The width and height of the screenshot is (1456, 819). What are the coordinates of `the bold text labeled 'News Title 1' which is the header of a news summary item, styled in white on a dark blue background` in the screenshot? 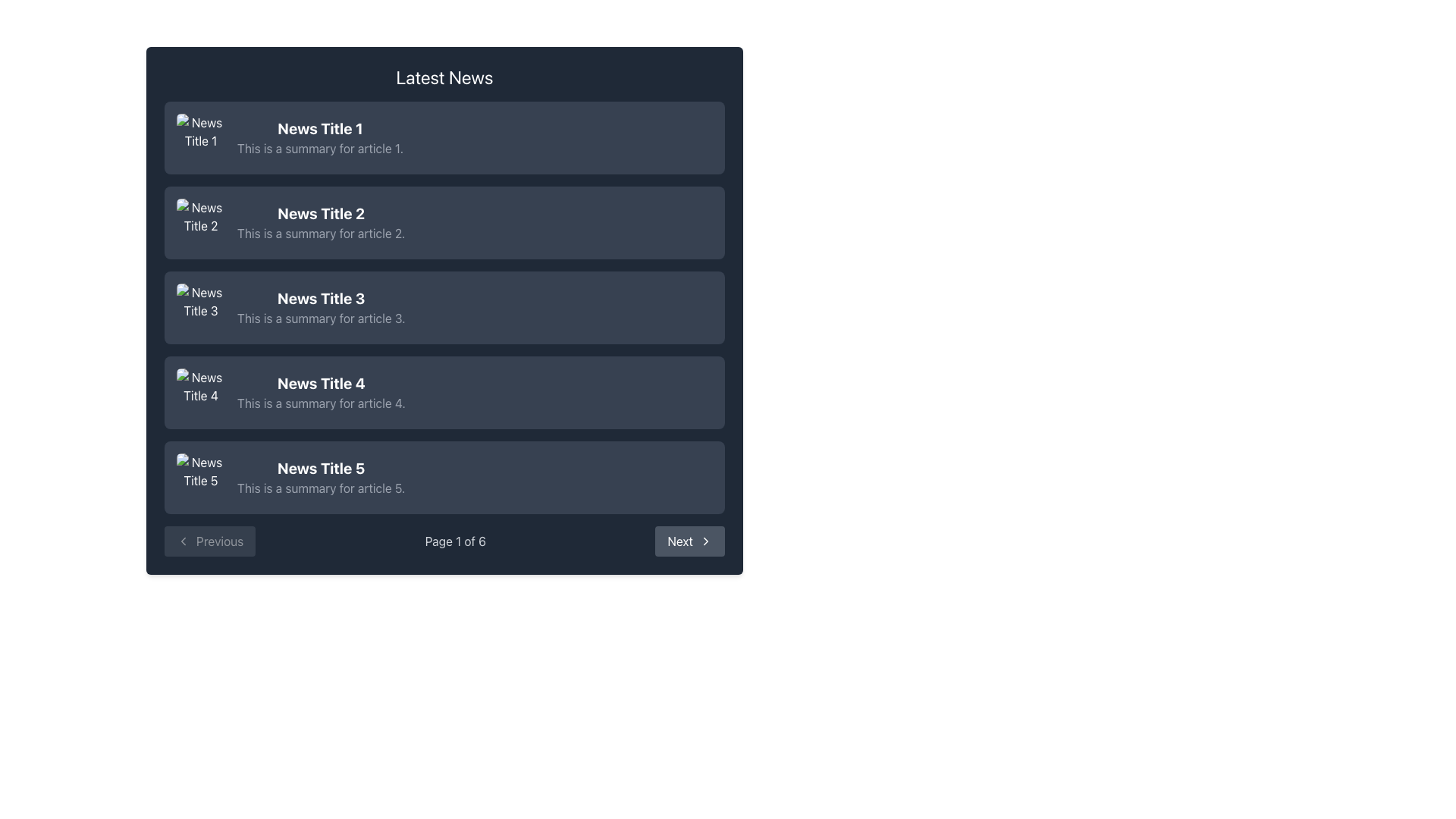 It's located at (319, 127).